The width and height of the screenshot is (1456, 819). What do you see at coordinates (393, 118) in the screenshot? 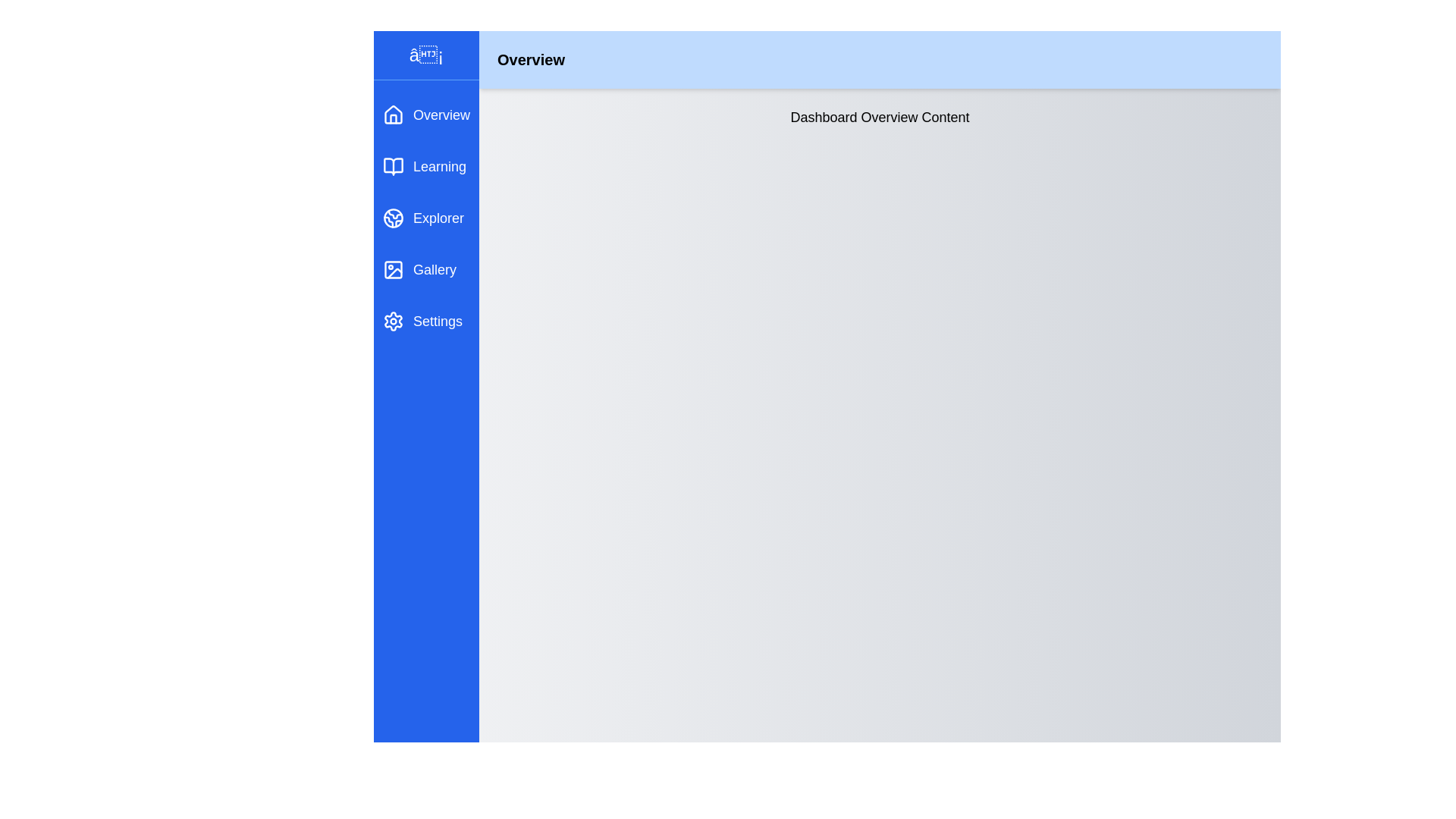
I see `the vertical line part of the house-like icon located in the topmost icon group of the vertical side navigation bar` at bounding box center [393, 118].